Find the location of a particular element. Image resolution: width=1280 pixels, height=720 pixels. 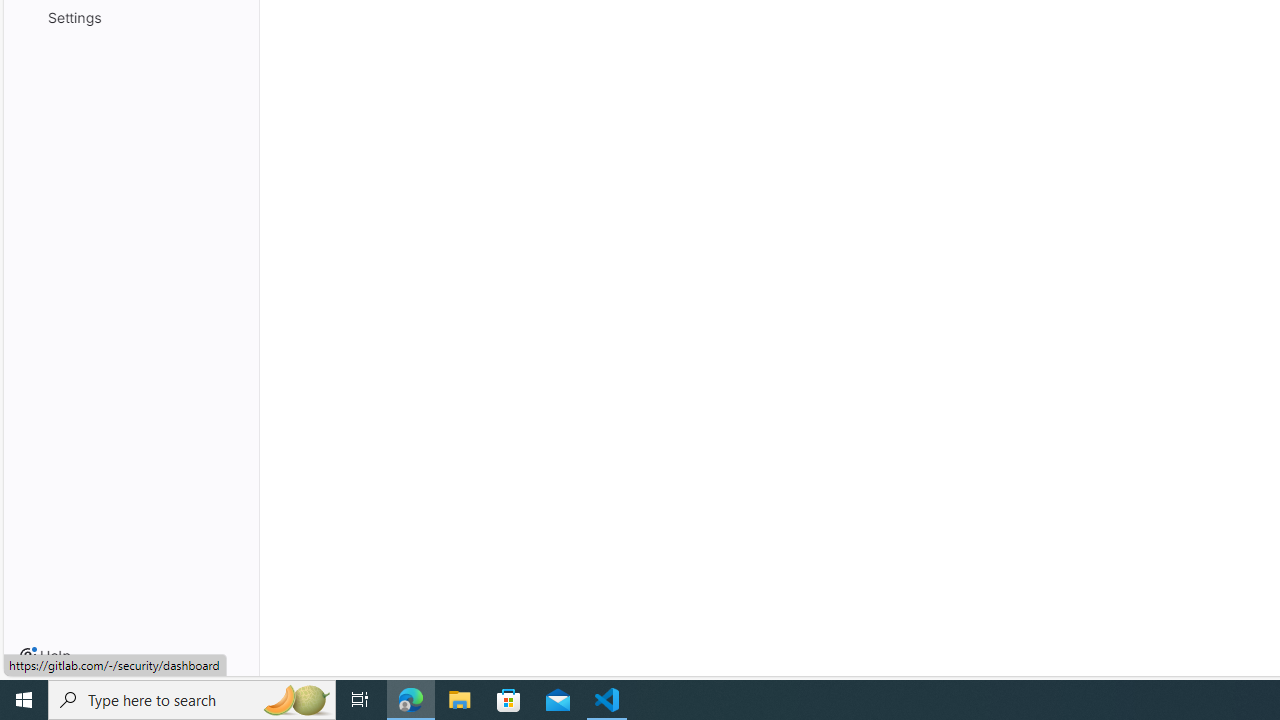

'Settings' is located at coordinates (130, 17).